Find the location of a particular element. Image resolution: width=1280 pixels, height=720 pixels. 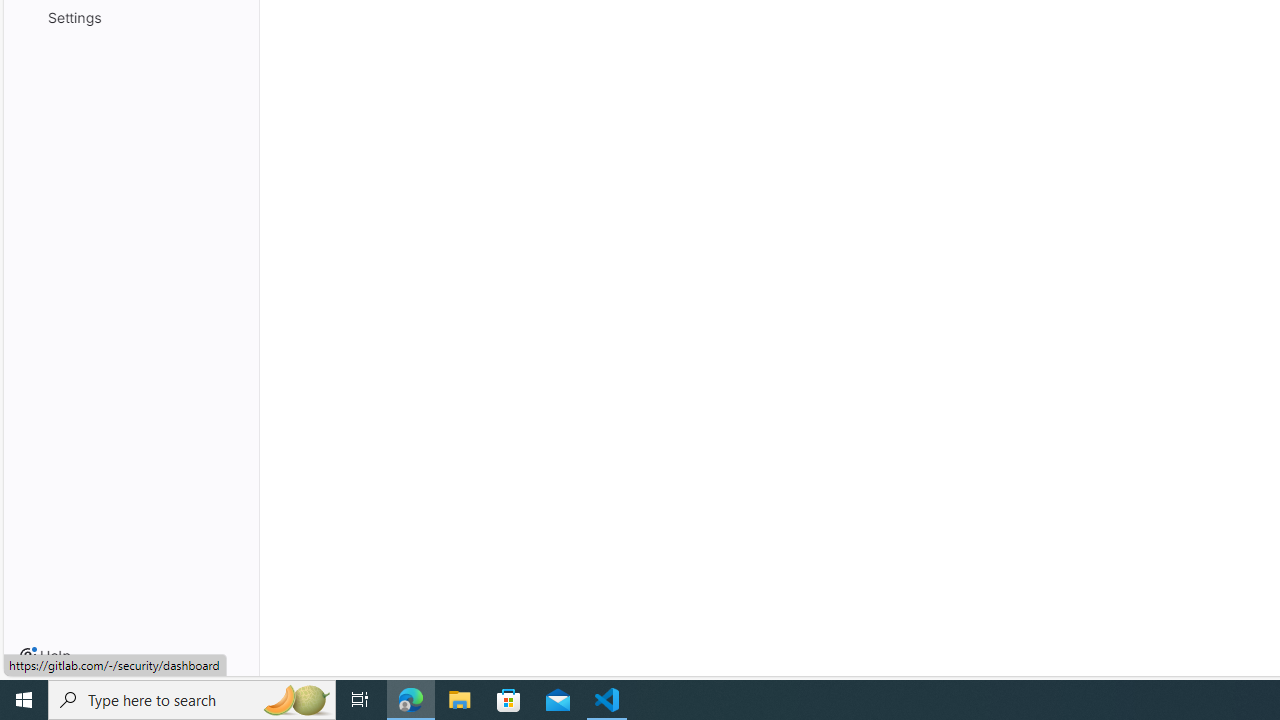

'Settings' is located at coordinates (130, 17).